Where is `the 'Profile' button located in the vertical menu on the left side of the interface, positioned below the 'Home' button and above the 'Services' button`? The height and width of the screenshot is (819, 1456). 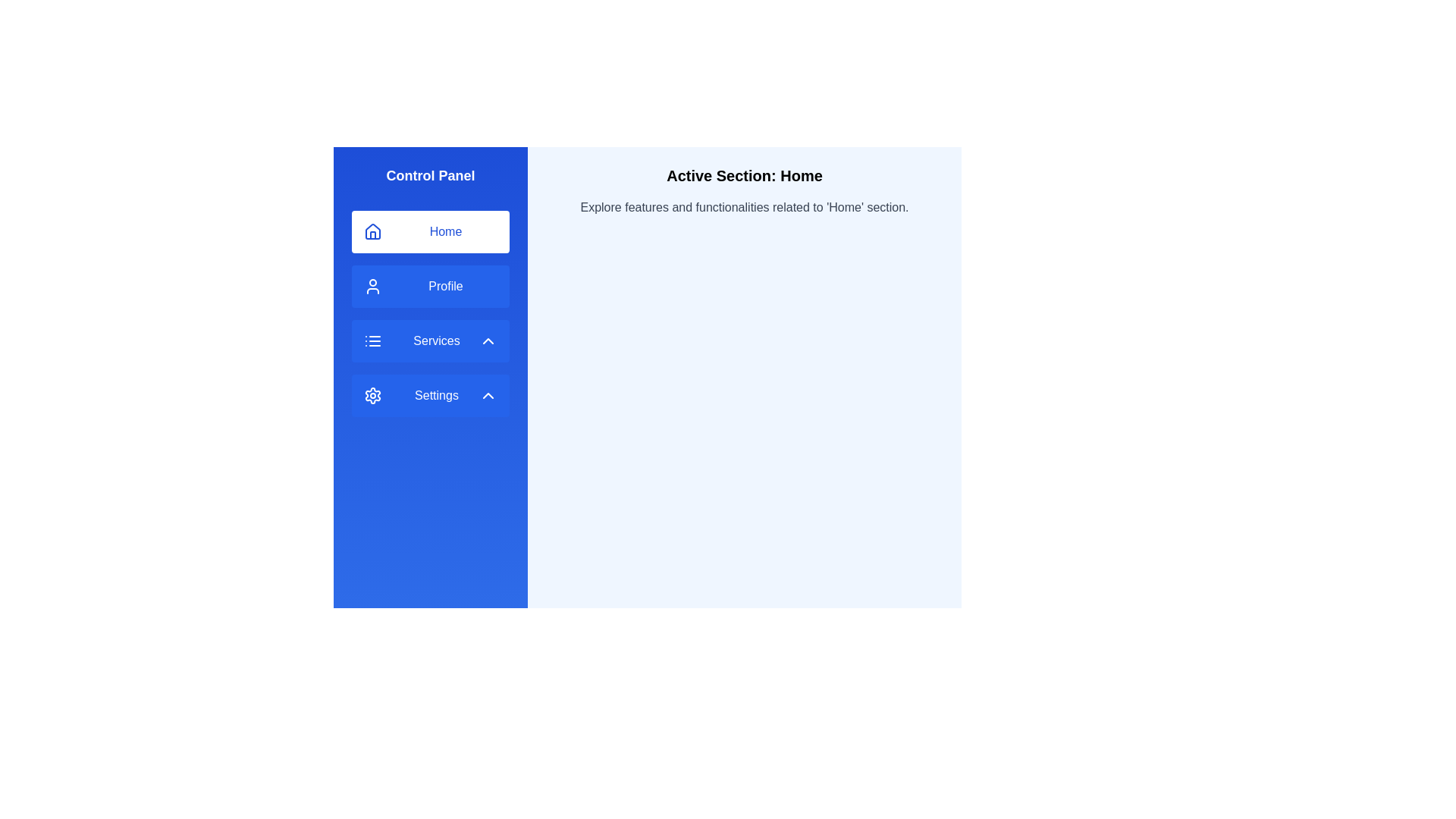 the 'Profile' button located in the vertical menu on the left side of the interface, positioned below the 'Home' button and above the 'Services' button is located at coordinates (429, 287).